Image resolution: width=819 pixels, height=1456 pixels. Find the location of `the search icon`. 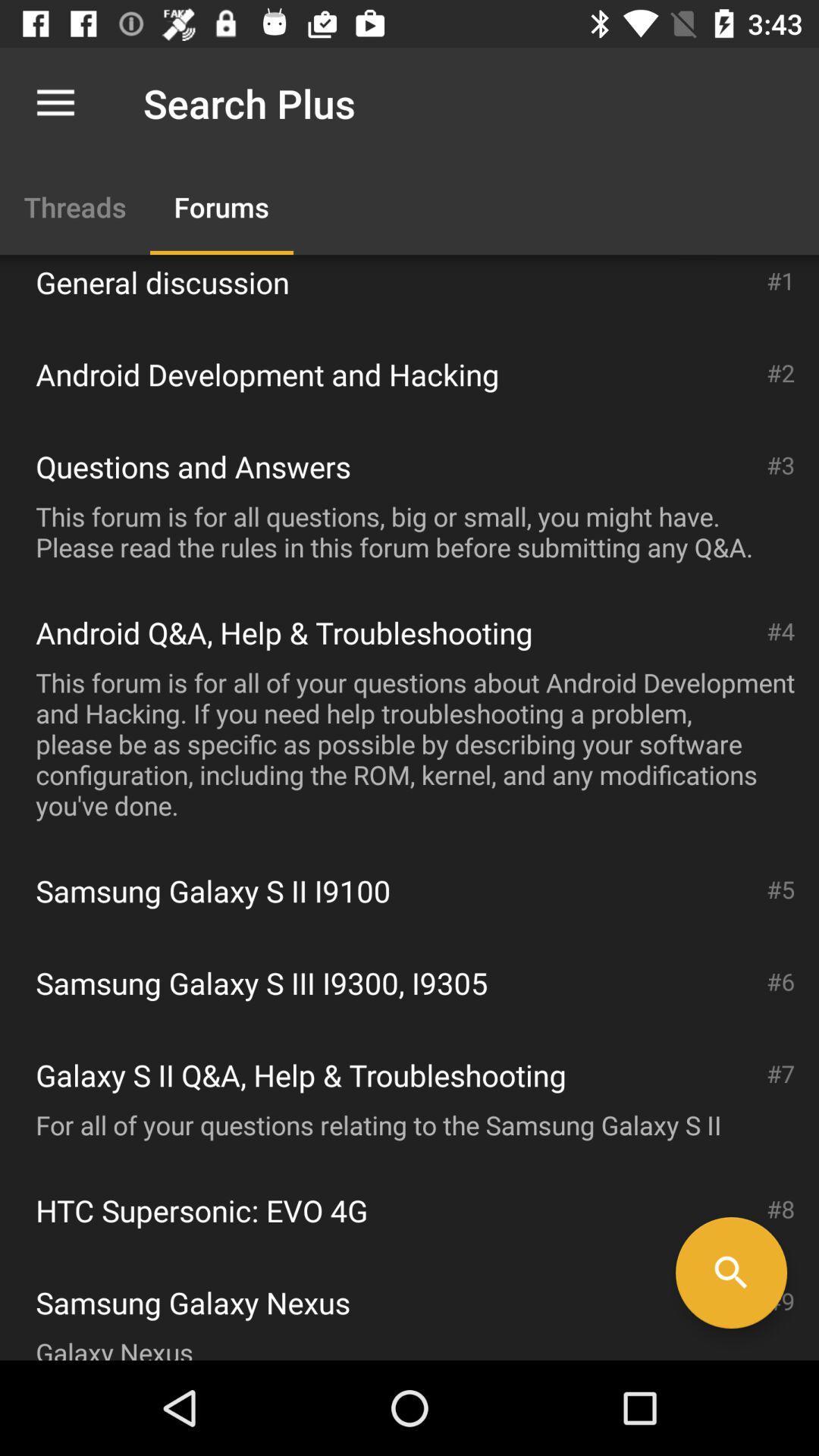

the search icon is located at coordinates (730, 1272).